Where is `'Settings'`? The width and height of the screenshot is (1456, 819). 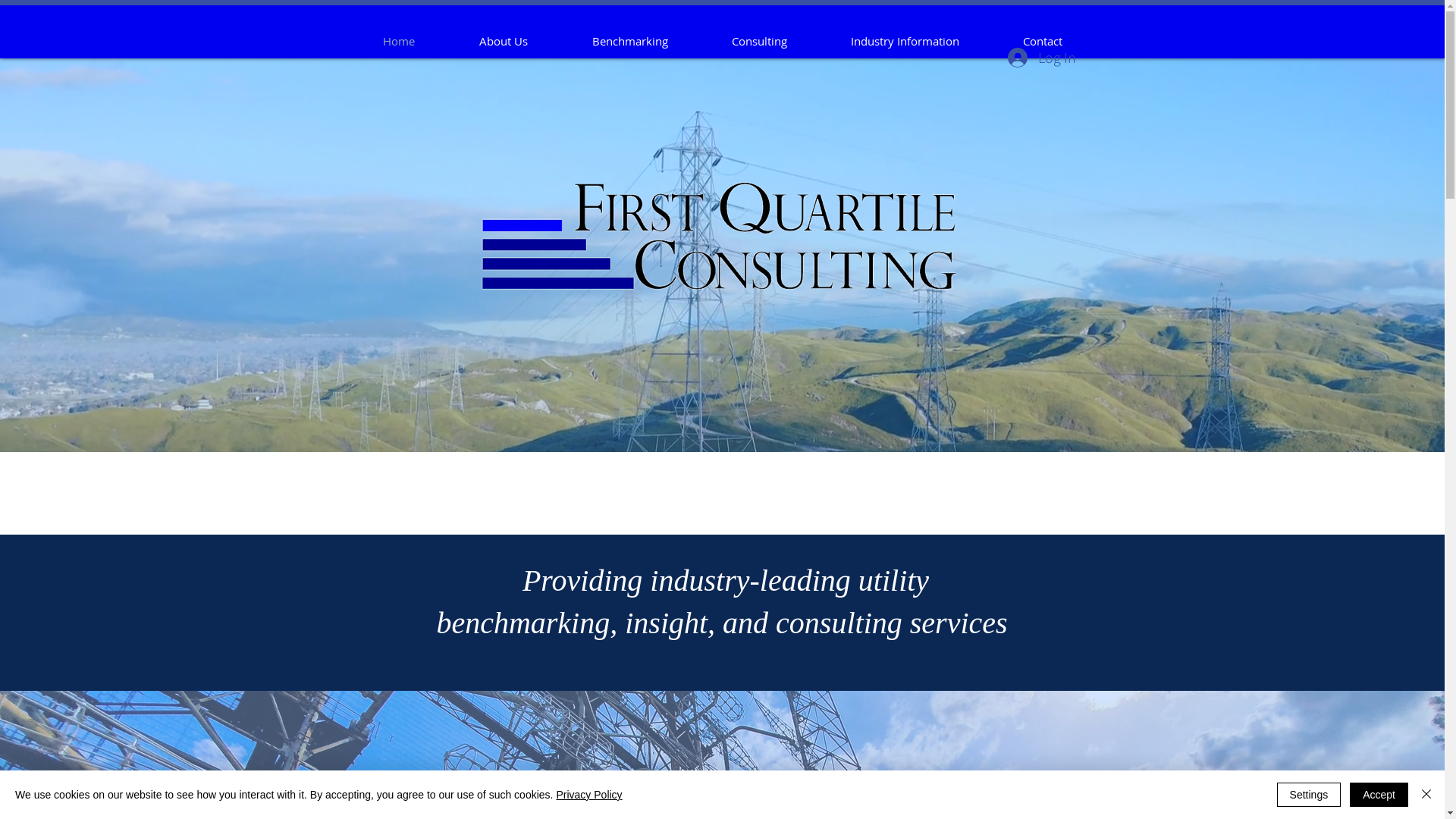
'Settings' is located at coordinates (1308, 794).